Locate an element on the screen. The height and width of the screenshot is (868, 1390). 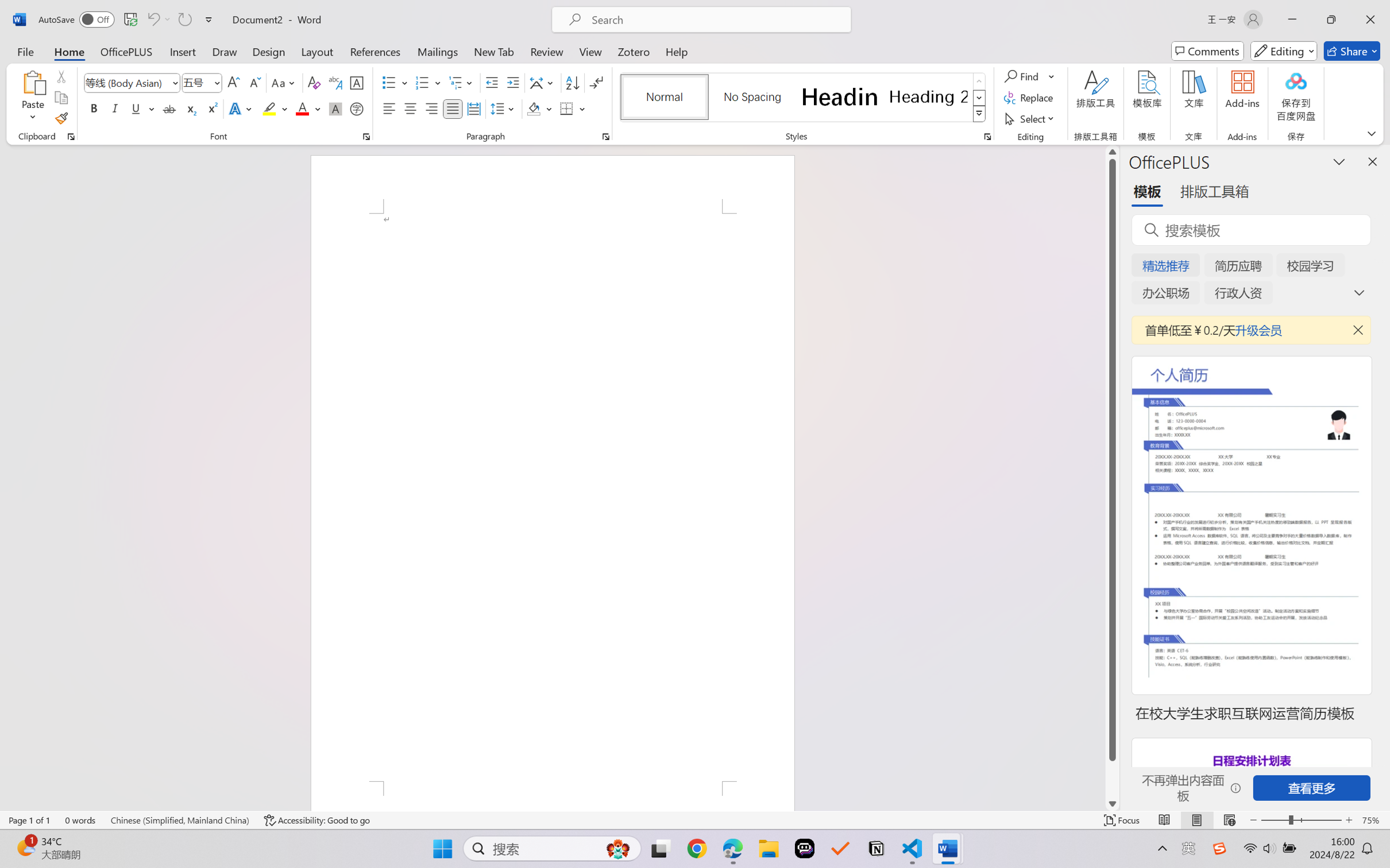
'Italic' is located at coordinates (114, 108).